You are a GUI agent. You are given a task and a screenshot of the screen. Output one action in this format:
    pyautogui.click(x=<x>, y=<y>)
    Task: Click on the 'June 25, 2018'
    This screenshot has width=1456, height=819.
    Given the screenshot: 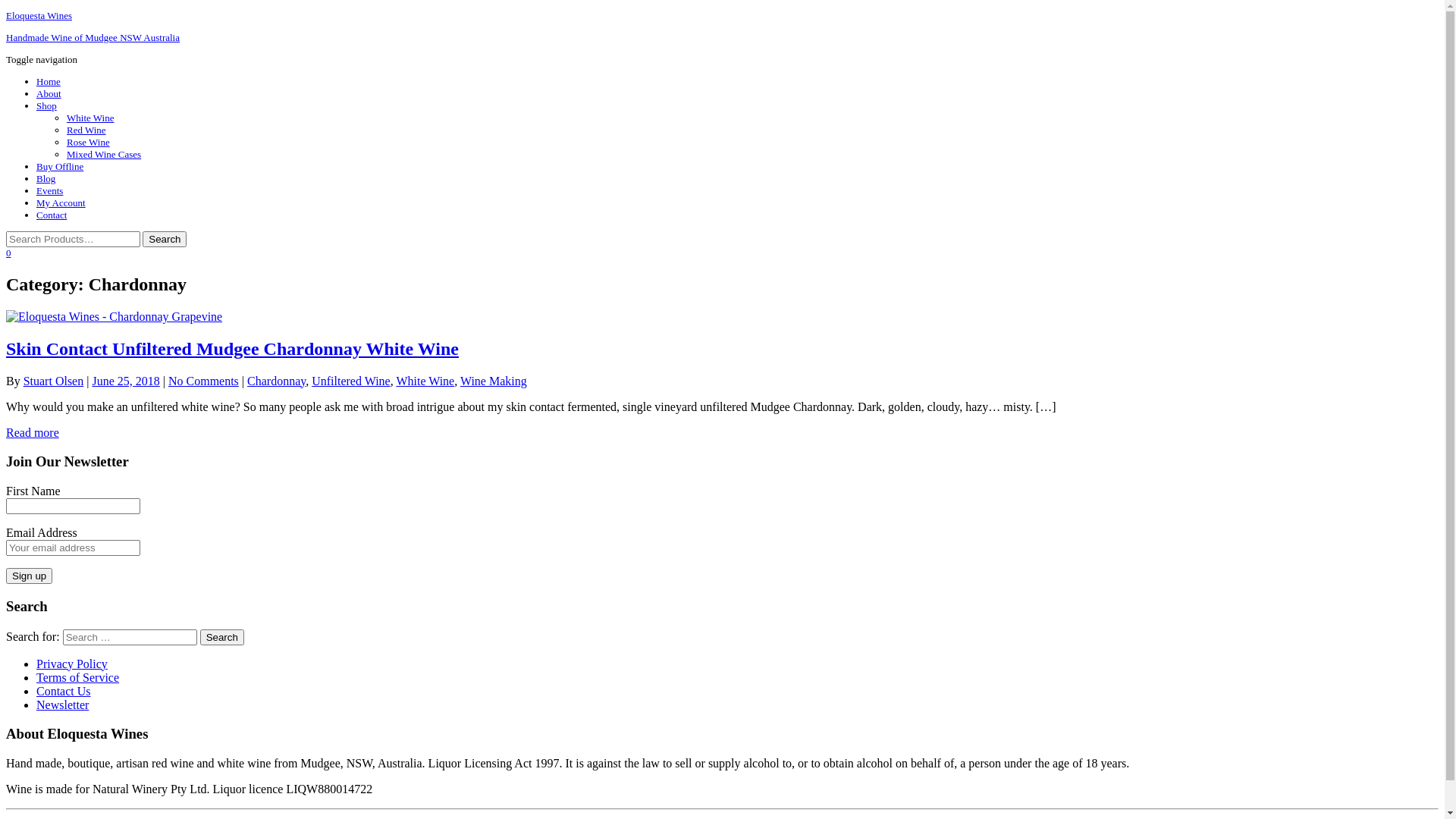 What is the action you would take?
    pyautogui.click(x=125, y=380)
    